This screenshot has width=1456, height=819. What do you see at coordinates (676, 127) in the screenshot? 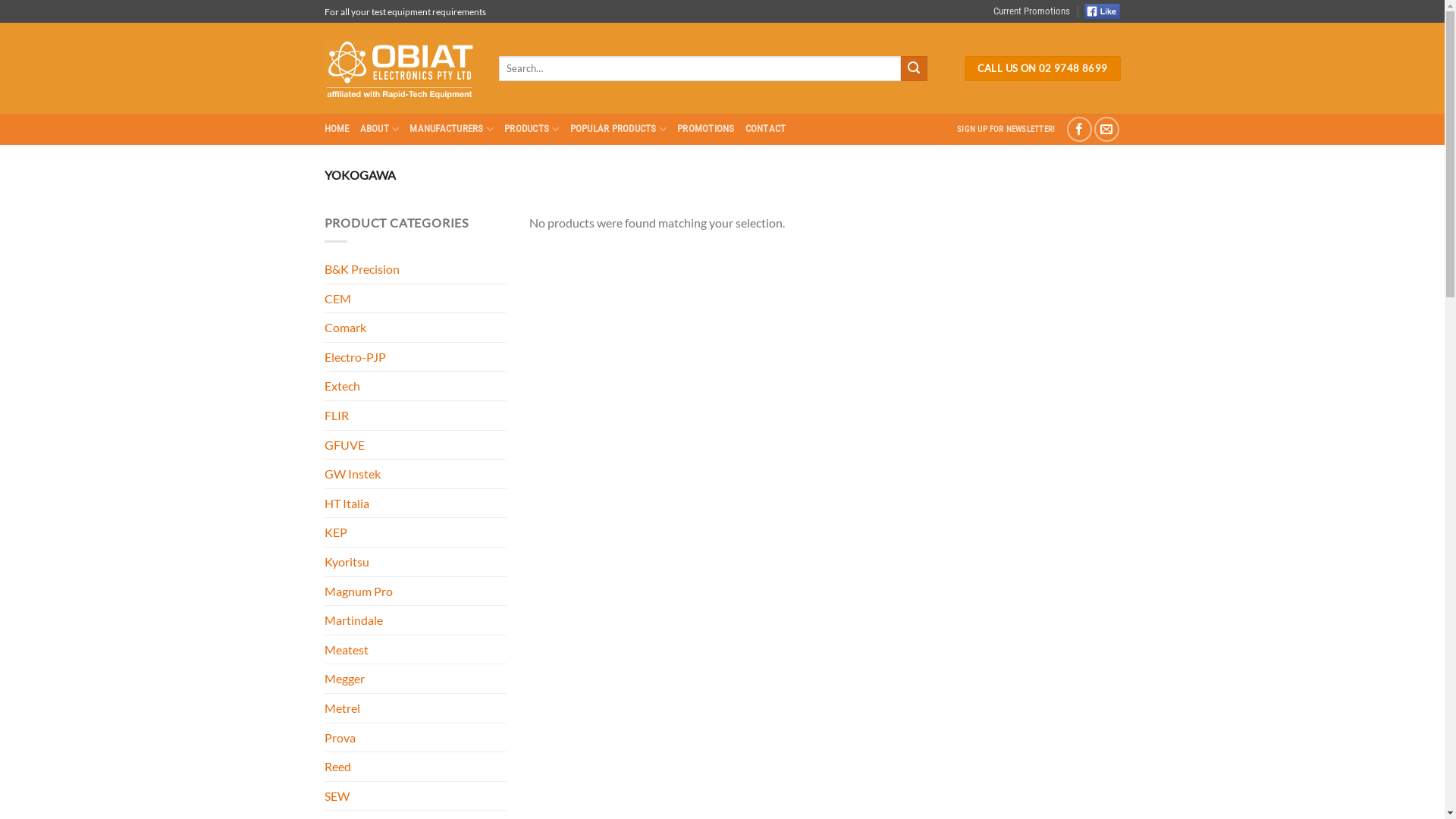
I see `'PROMOTIONS'` at bounding box center [676, 127].